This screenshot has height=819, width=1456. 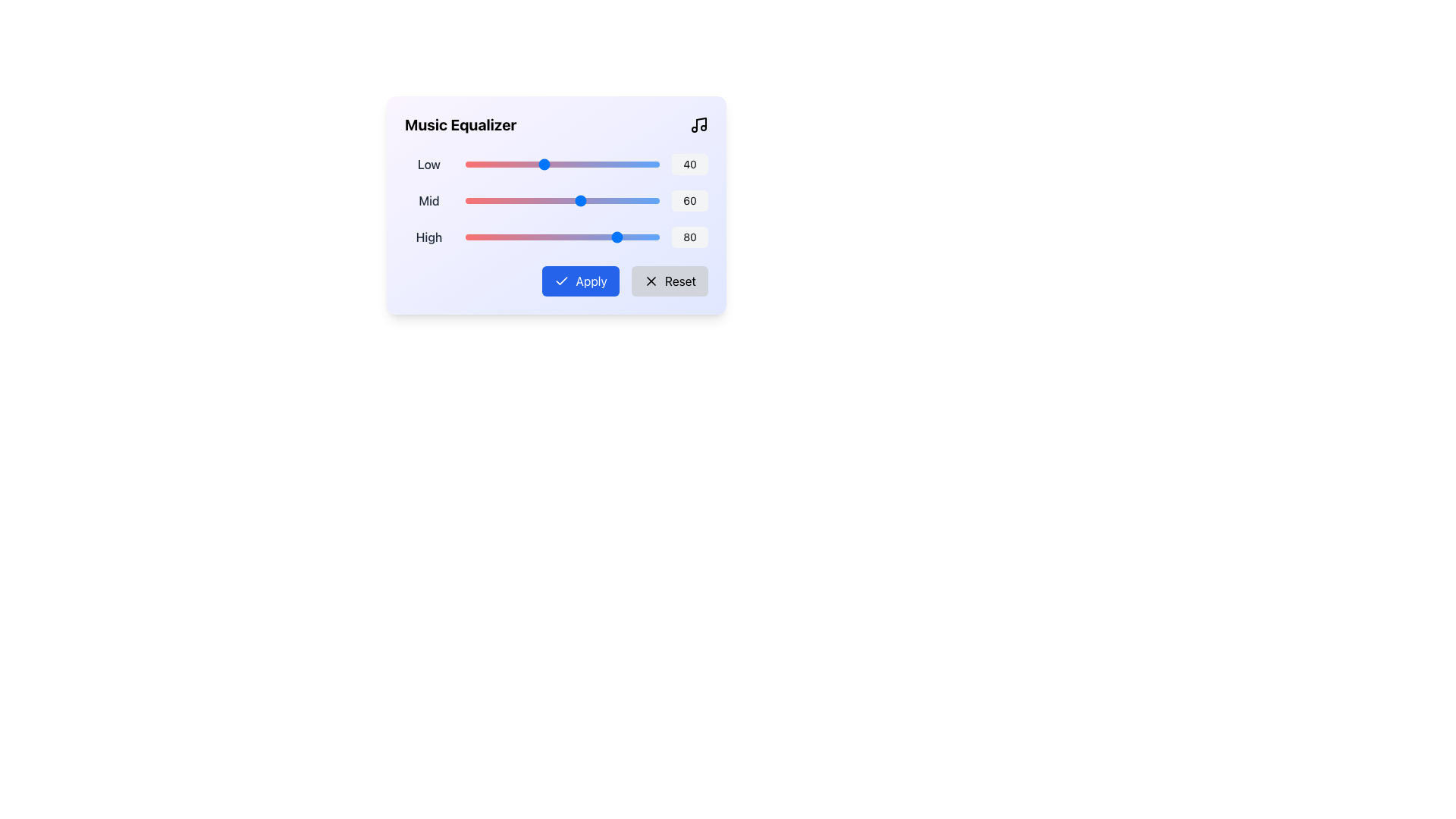 I want to click on the 'X' icon within the 'Reset' button in the Music Equalizer interface, which is located to the left of the 'Reset' text, so click(x=651, y=281).